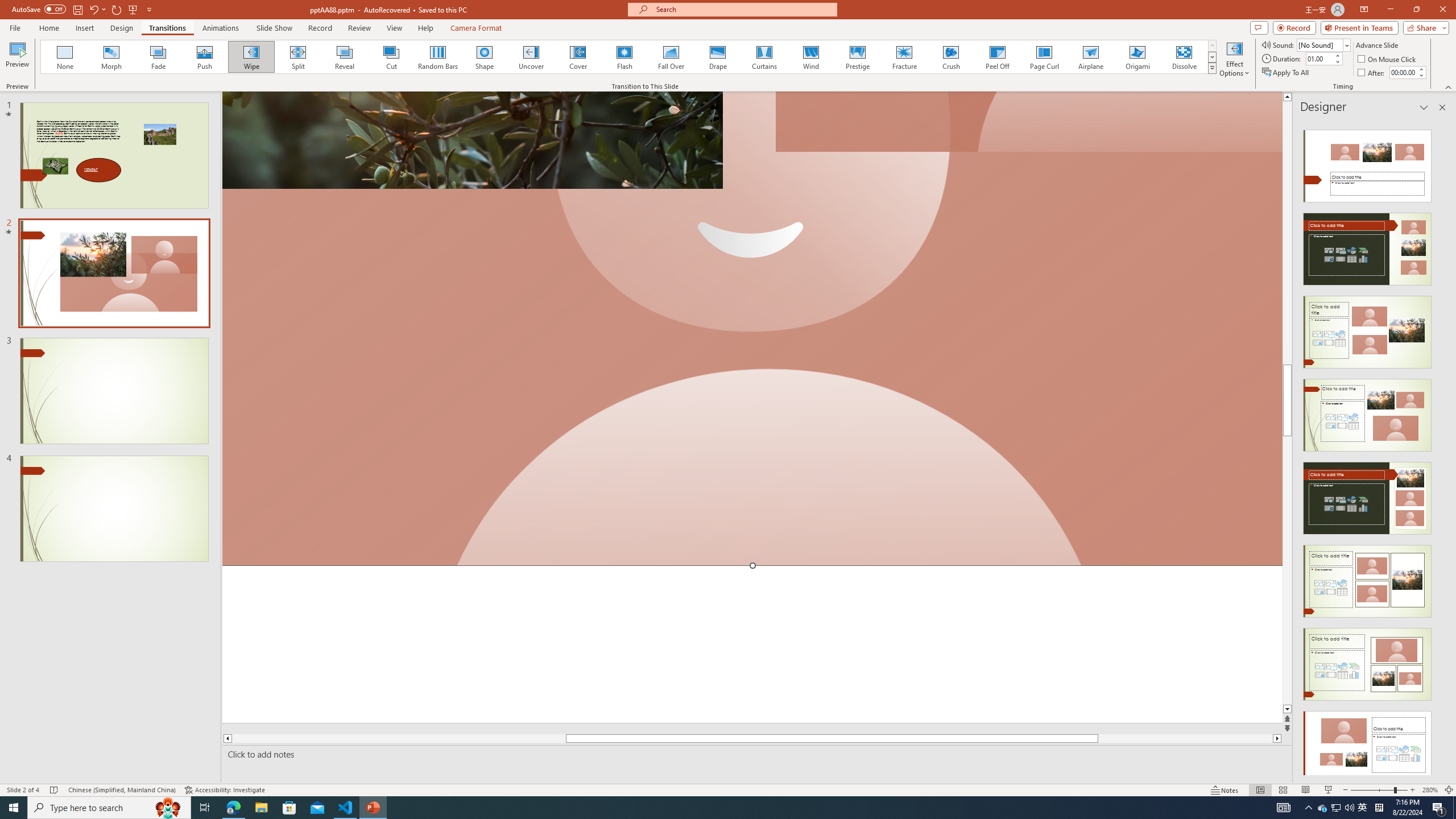 This screenshot has width=1456, height=819. I want to click on 'Home', so click(48, 28).